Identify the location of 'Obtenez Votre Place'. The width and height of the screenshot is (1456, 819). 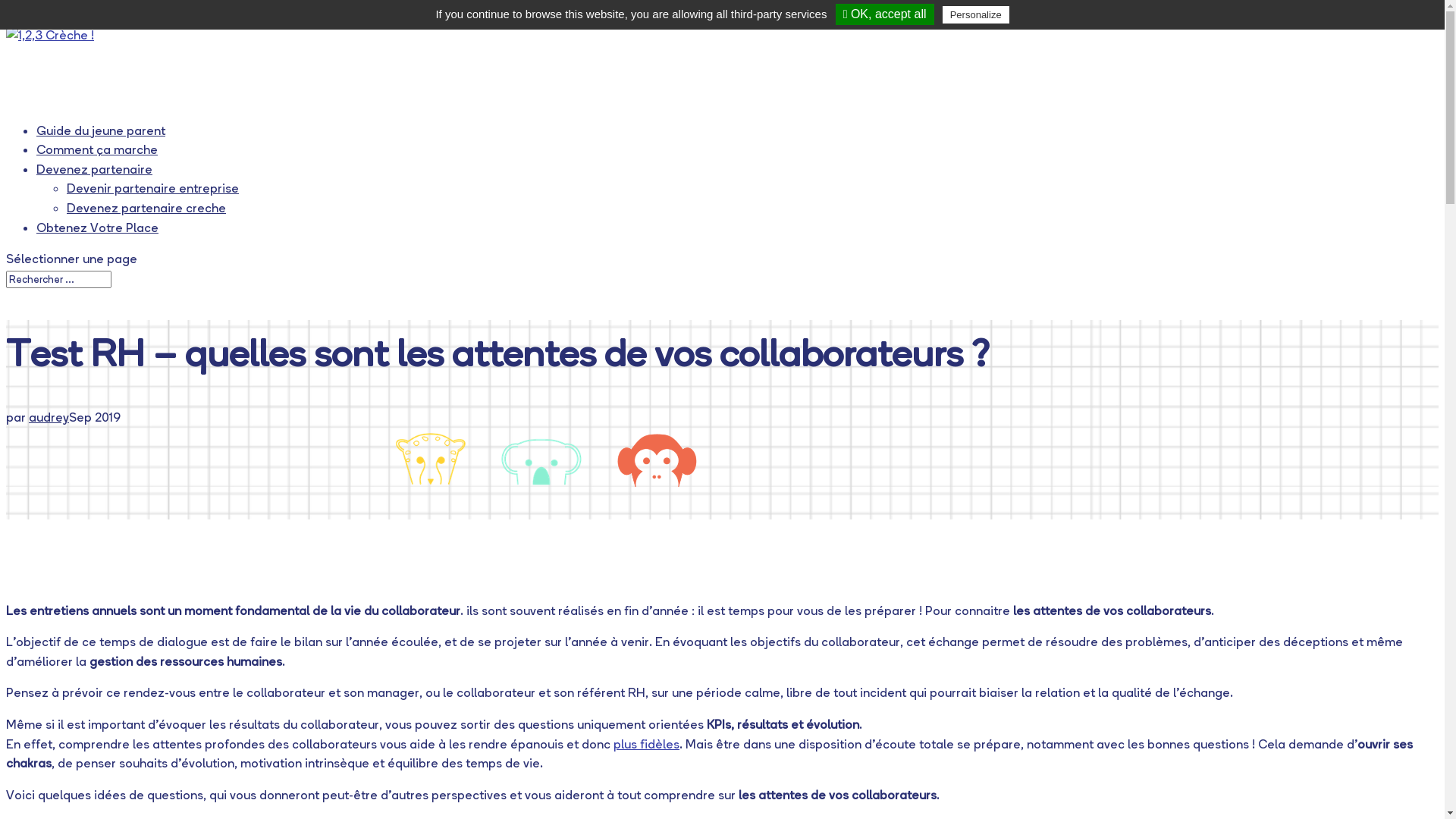
(96, 234).